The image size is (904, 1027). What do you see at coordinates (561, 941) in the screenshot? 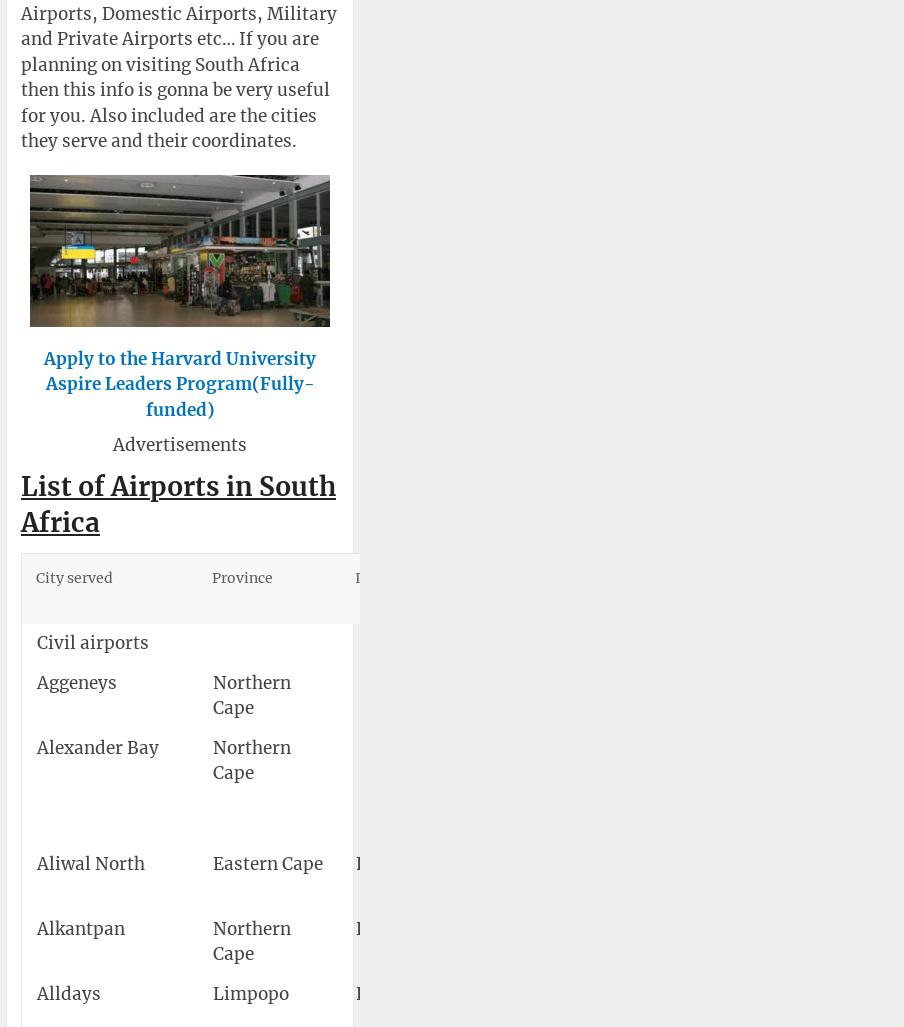
I see `'Alkantpan Airport'` at bounding box center [561, 941].